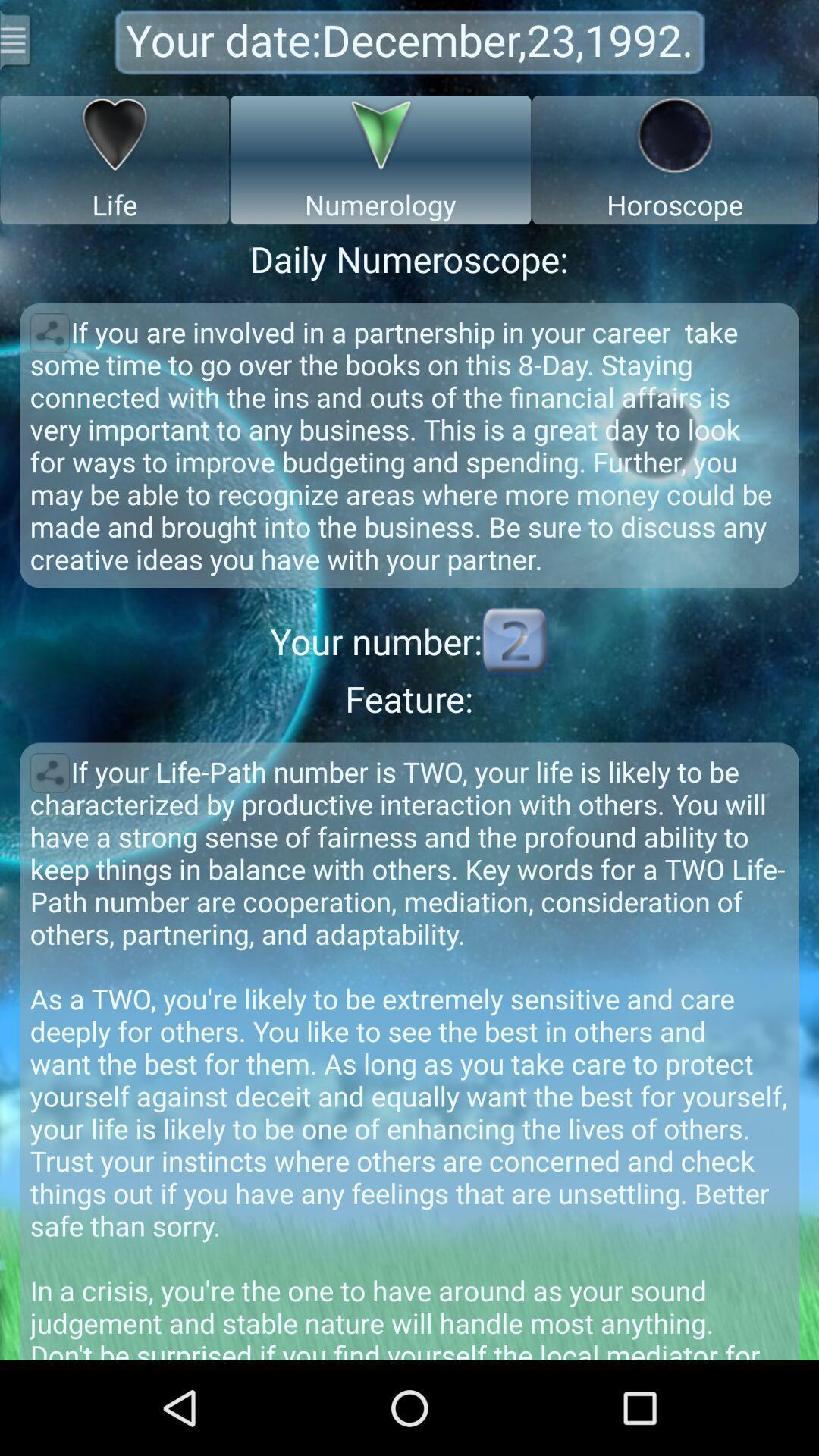  I want to click on share, so click(49, 773).